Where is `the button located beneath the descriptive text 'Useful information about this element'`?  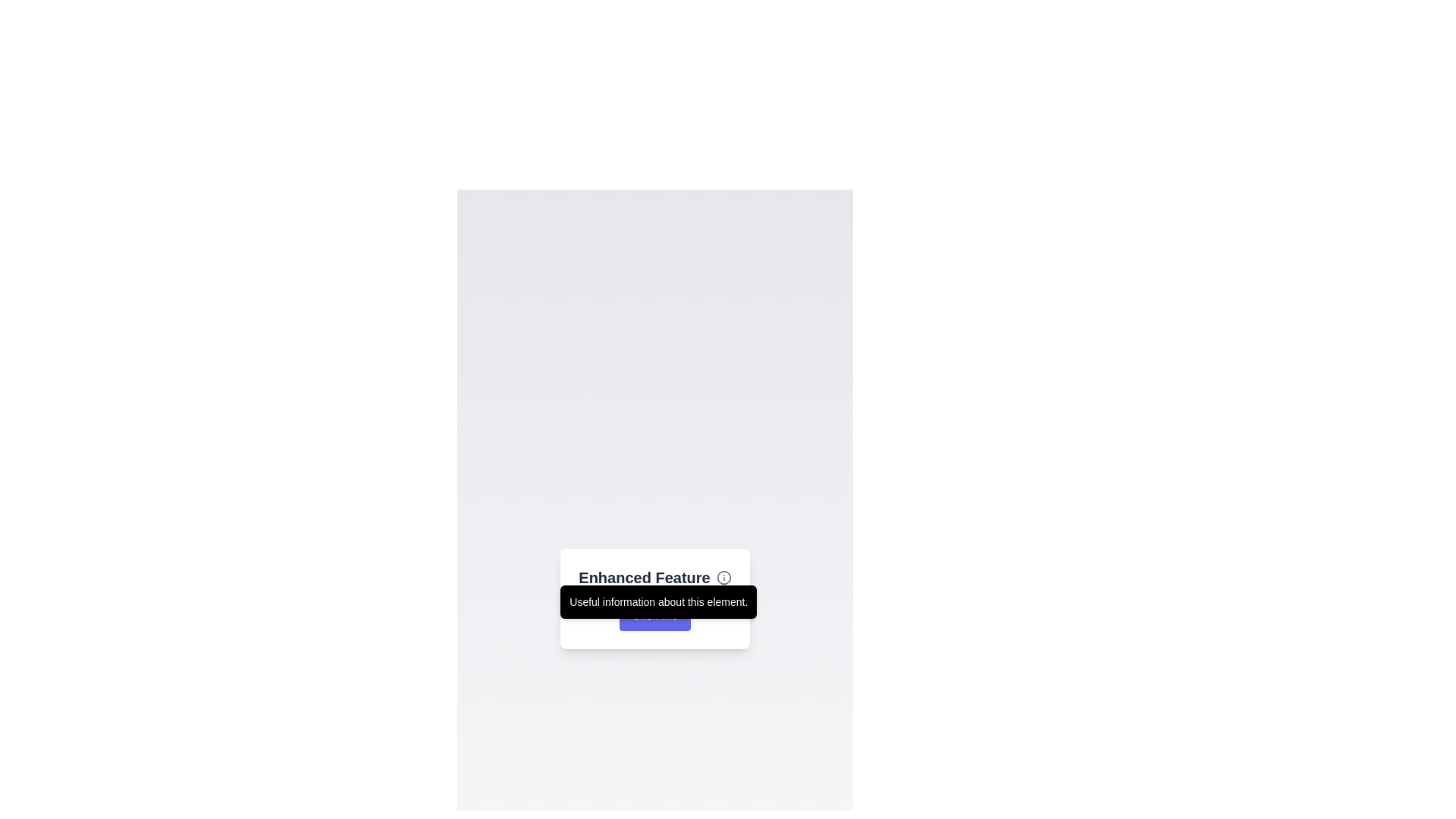
the button located beneath the descriptive text 'Useful information about this element' is located at coordinates (655, 616).